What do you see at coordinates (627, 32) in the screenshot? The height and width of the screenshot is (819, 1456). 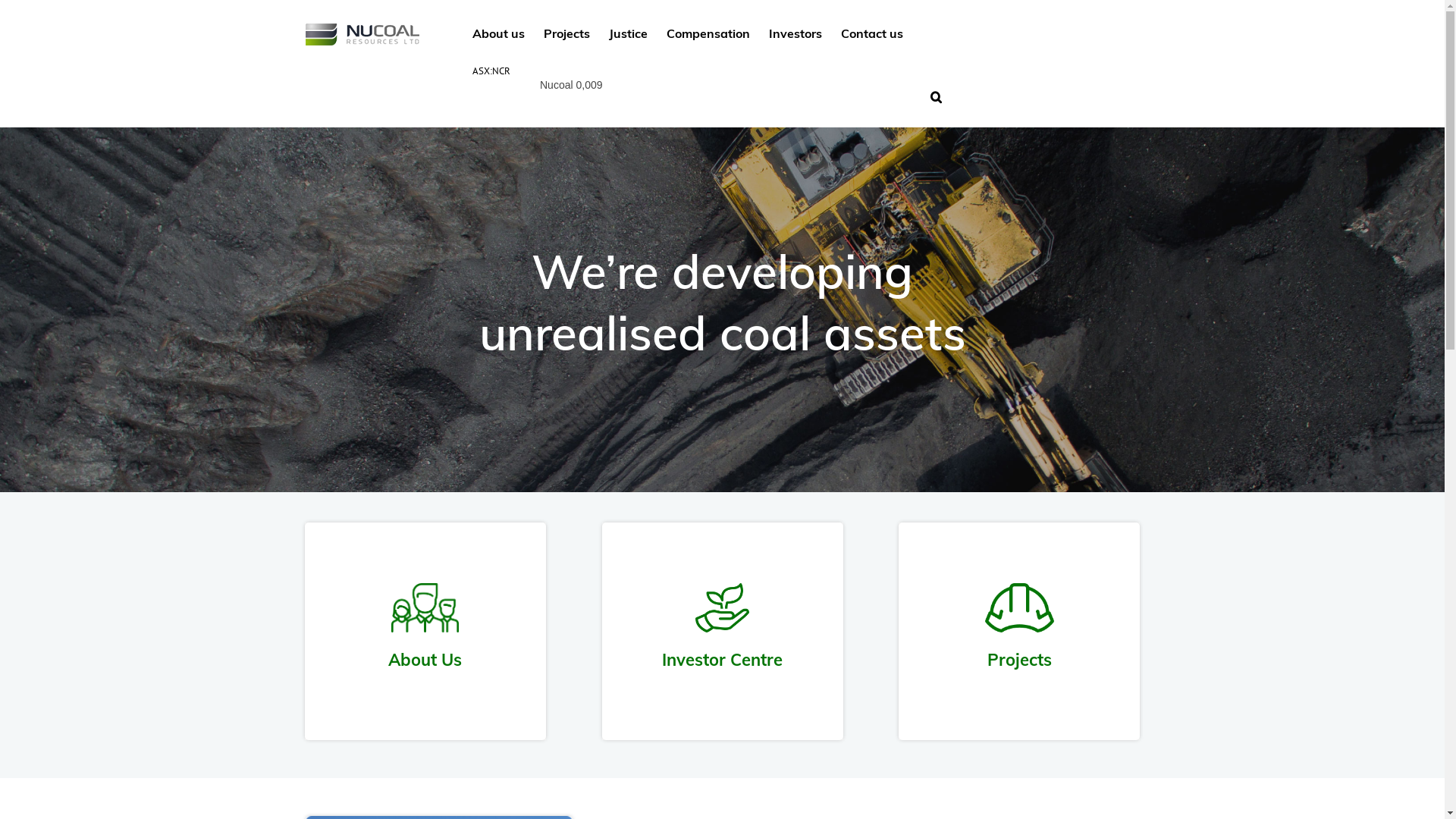 I see `'Justice'` at bounding box center [627, 32].